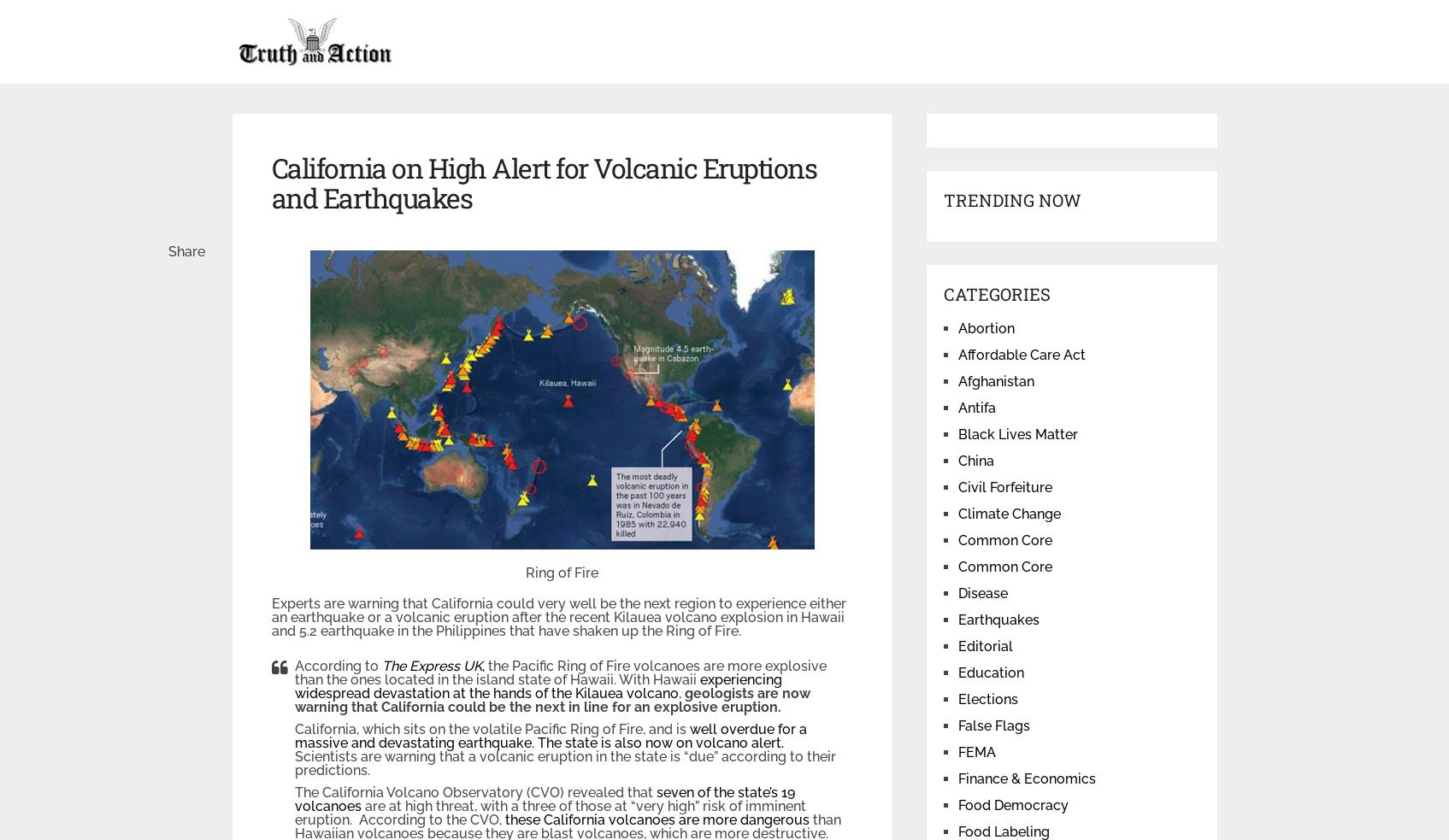 This screenshot has width=1449, height=840. Describe the element at coordinates (336, 665) in the screenshot. I see `'According to'` at that location.